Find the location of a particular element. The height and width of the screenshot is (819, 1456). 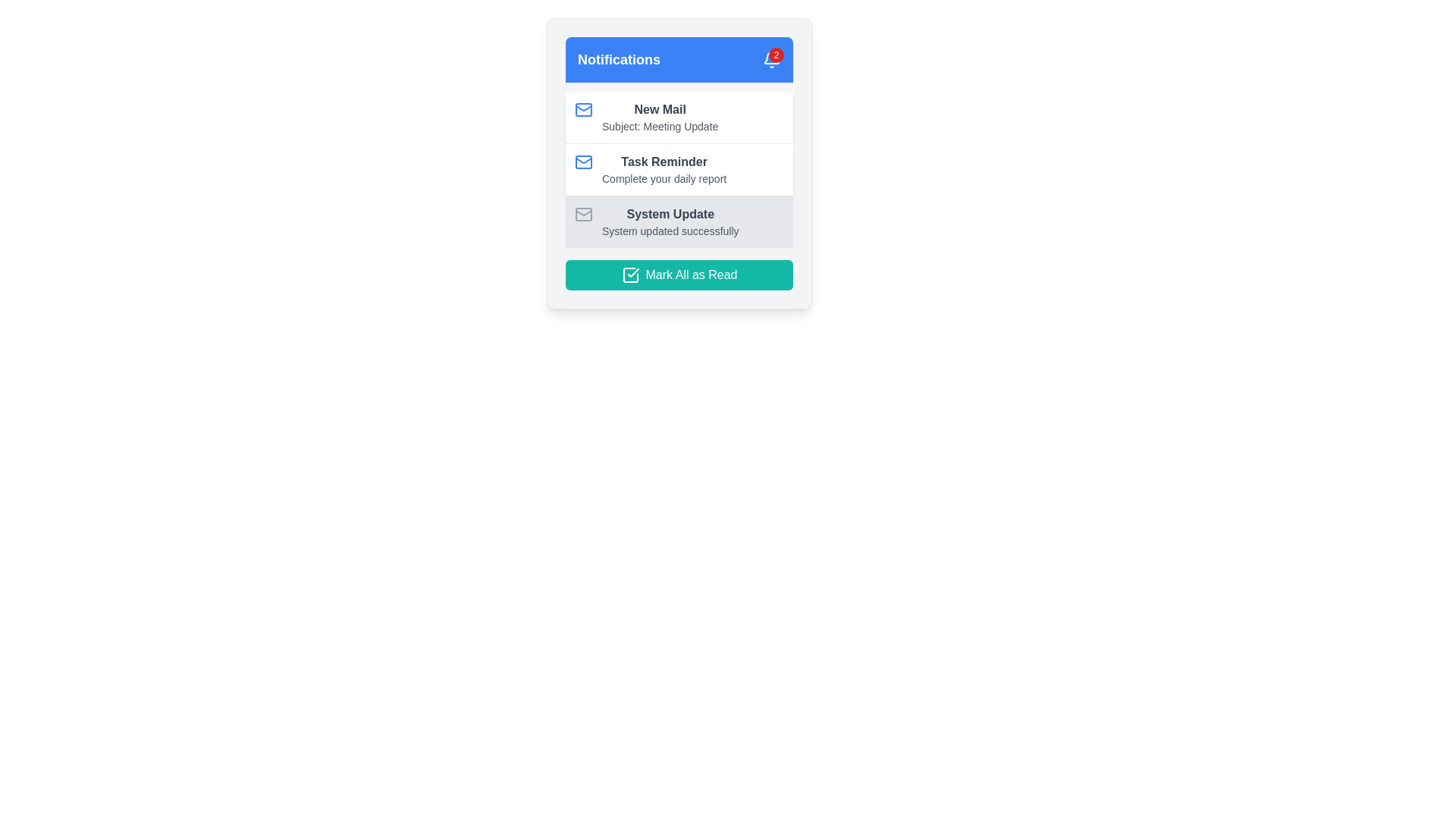

the second Notification item in the notification list, which features a blue mail icon on the left and the text 'Task Reminder' in bold with 'Complete your daily report' below it is located at coordinates (679, 169).